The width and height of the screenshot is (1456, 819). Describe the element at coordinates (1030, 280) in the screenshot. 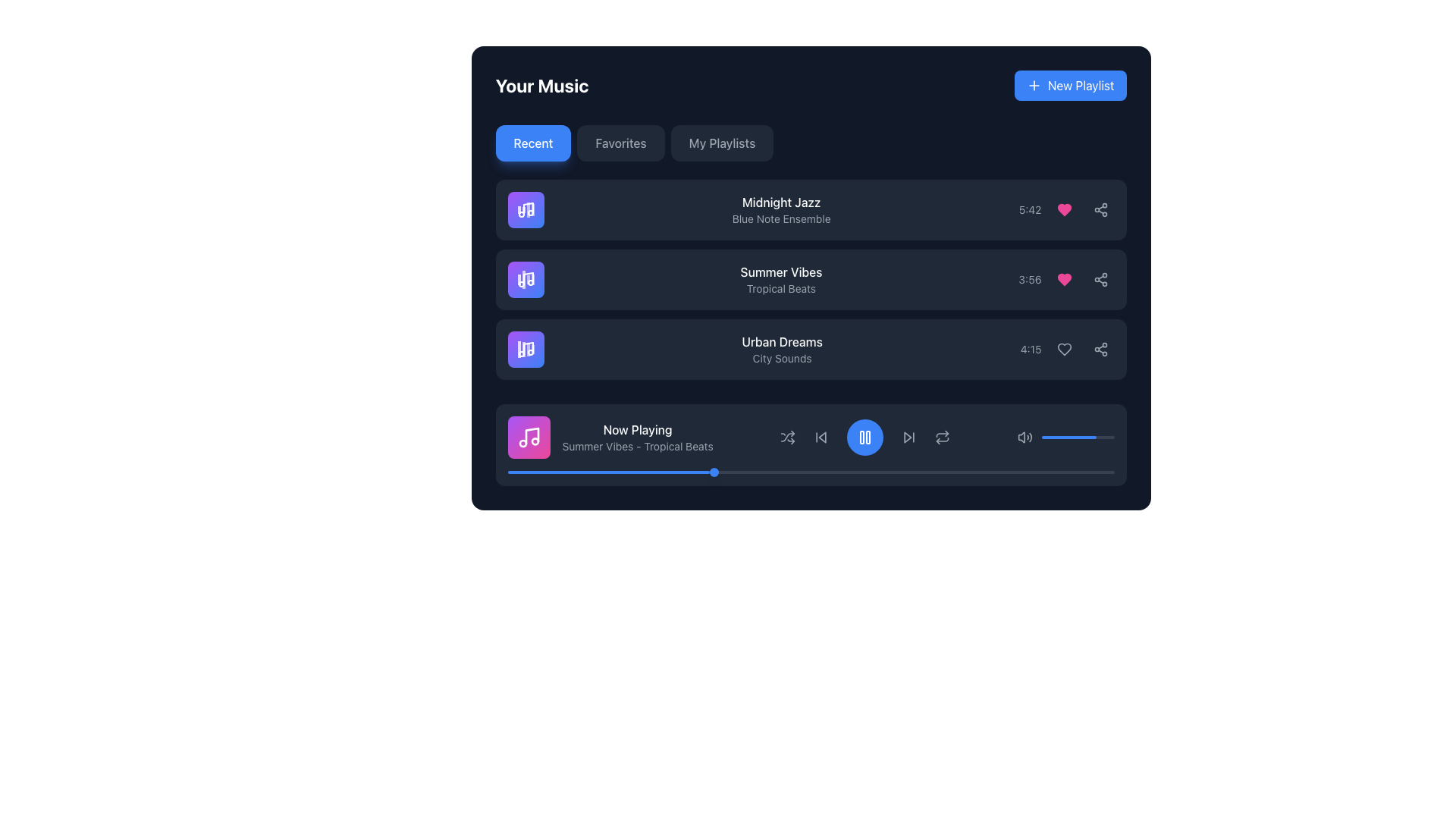

I see `the text label displaying '3:56' for the song 'Summer Vibes' by 'Tropical Beats', which is styled in gray and located to the left of the heart icon` at that location.